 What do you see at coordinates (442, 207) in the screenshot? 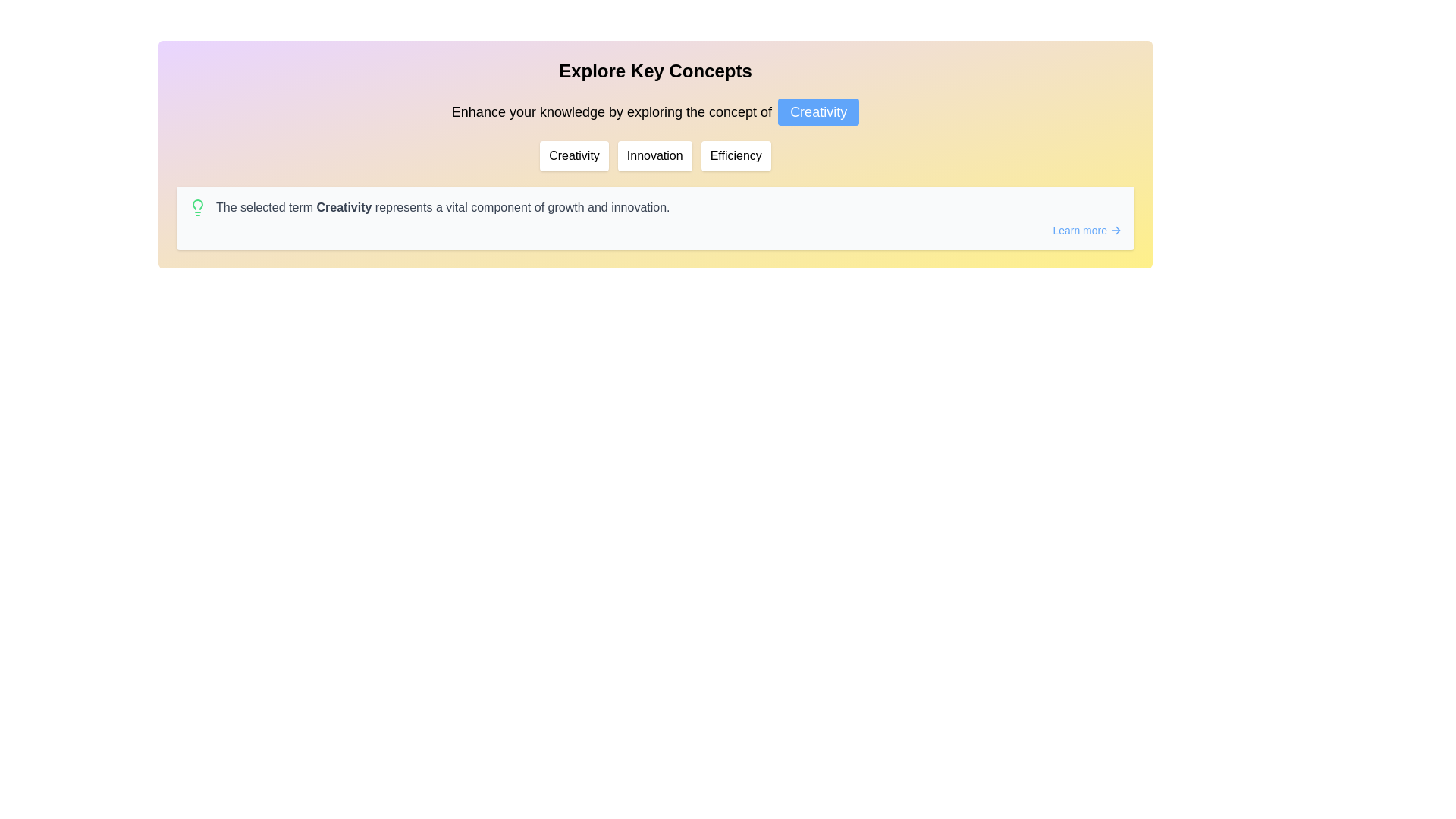
I see `the Text Label that explains the significance of 'Creativity', positioned to the right of a lightbulb icon in a white section below the header` at bounding box center [442, 207].